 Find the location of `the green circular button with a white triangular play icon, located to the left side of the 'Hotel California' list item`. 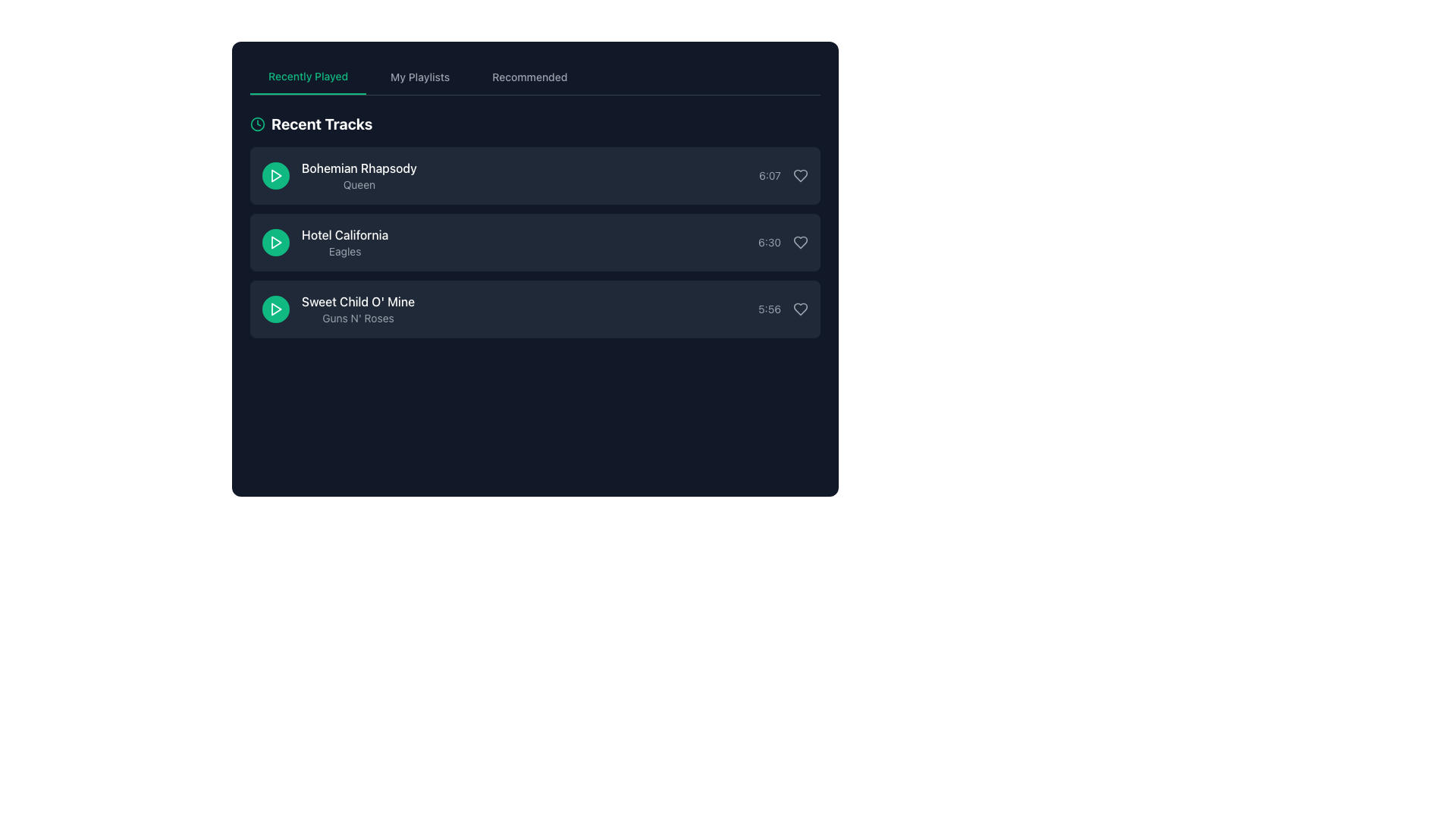

the green circular button with a white triangular play icon, located to the left side of the 'Hotel California' list item is located at coordinates (276, 242).